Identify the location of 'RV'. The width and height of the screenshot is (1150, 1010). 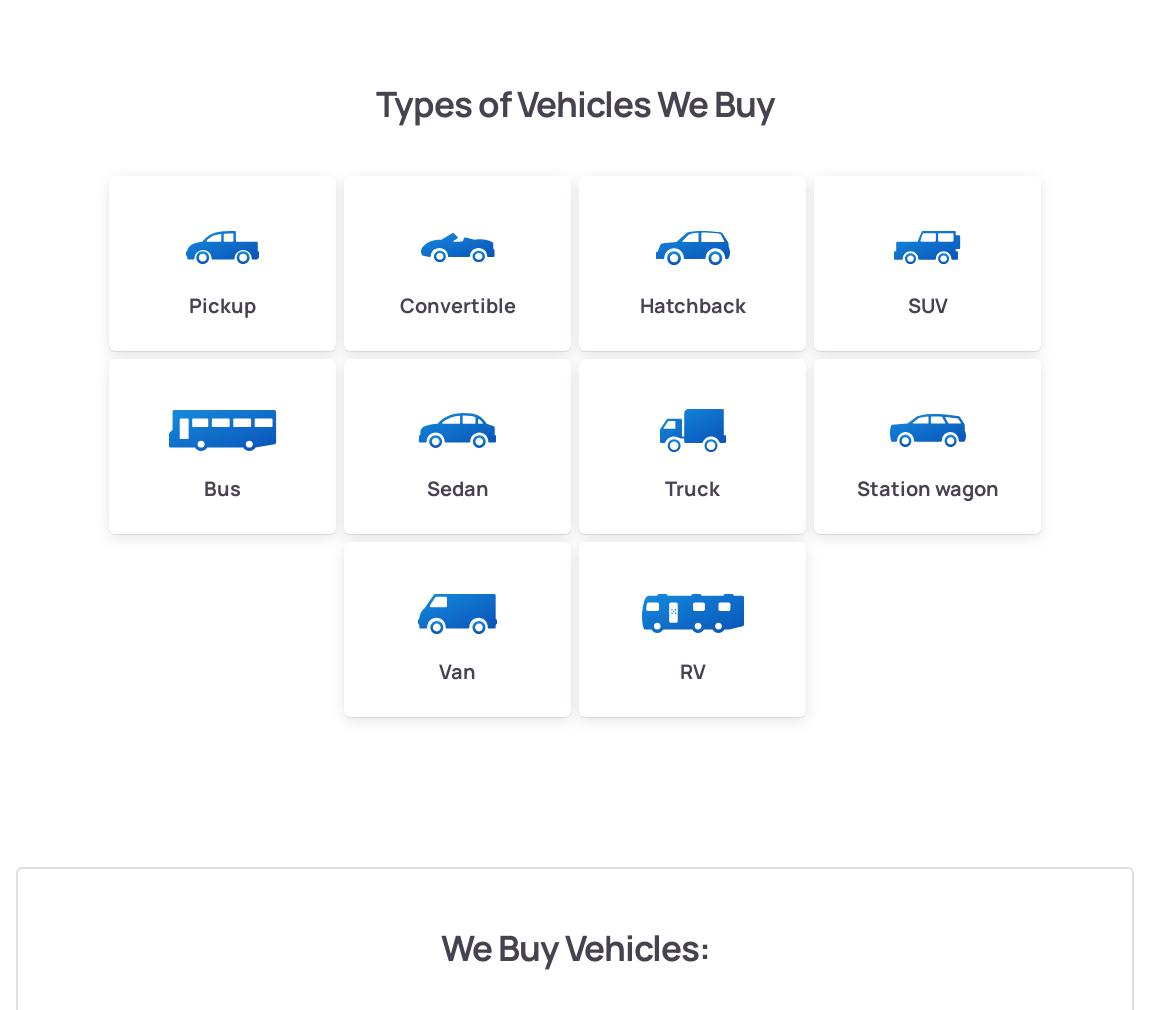
(690, 669).